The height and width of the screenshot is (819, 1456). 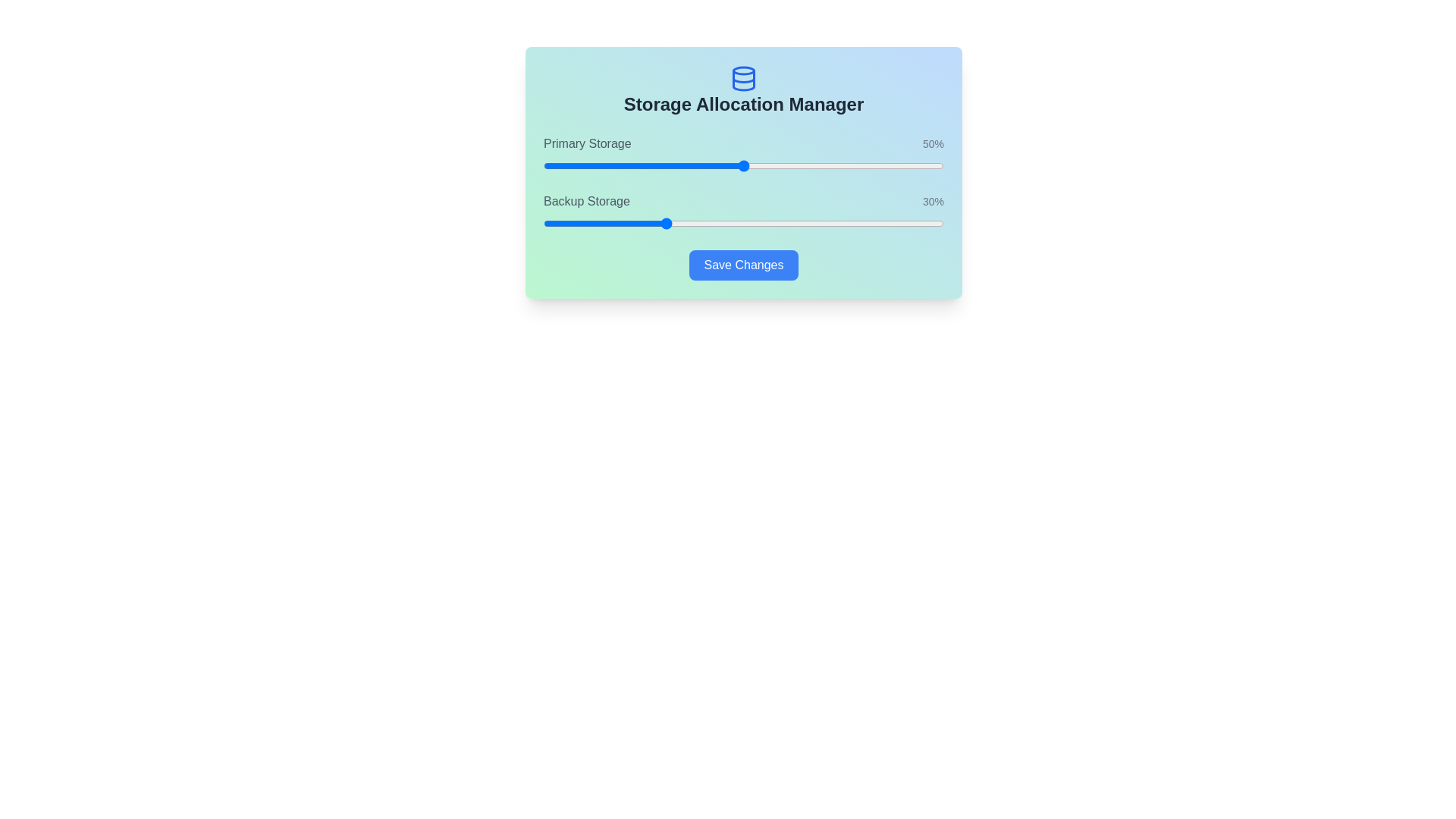 What do you see at coordinates (554, 223) in the screenshot?
I see `the Backup Storage slider to 3%` at bounding box center [554, 223].